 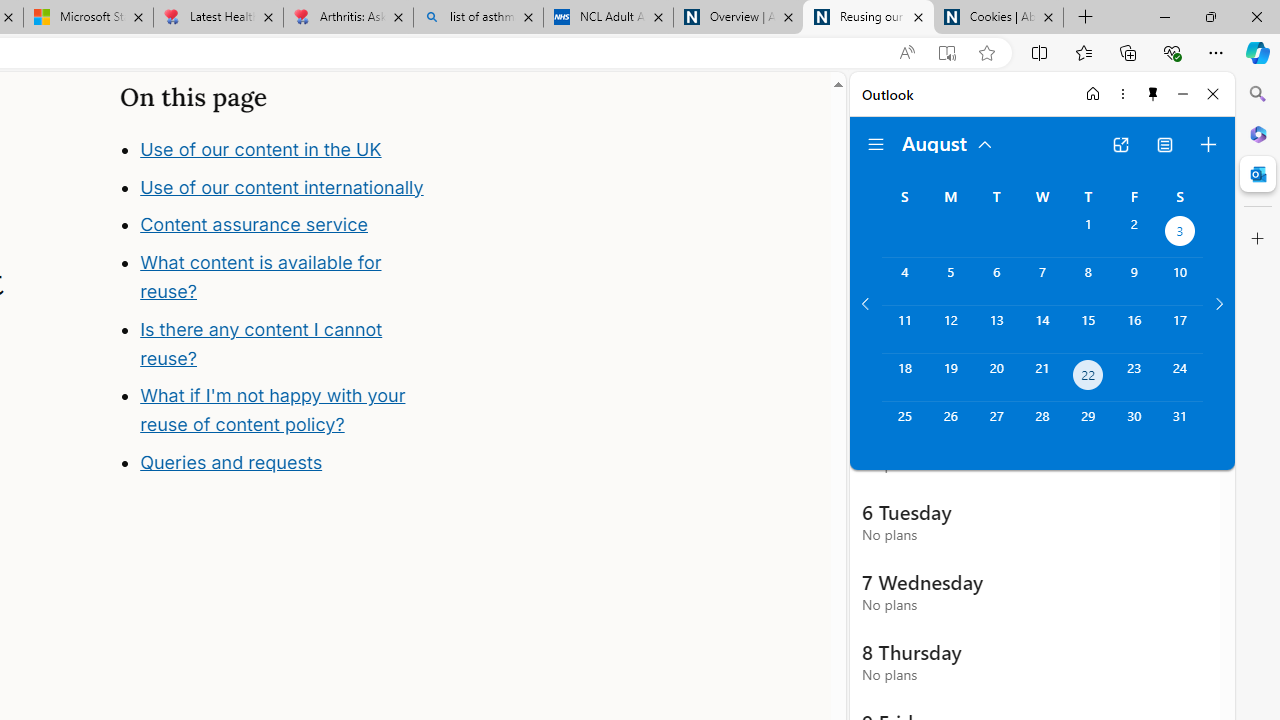 I want to click on 'Monday, August 26, 2024. ', so click(x=949, y=424).